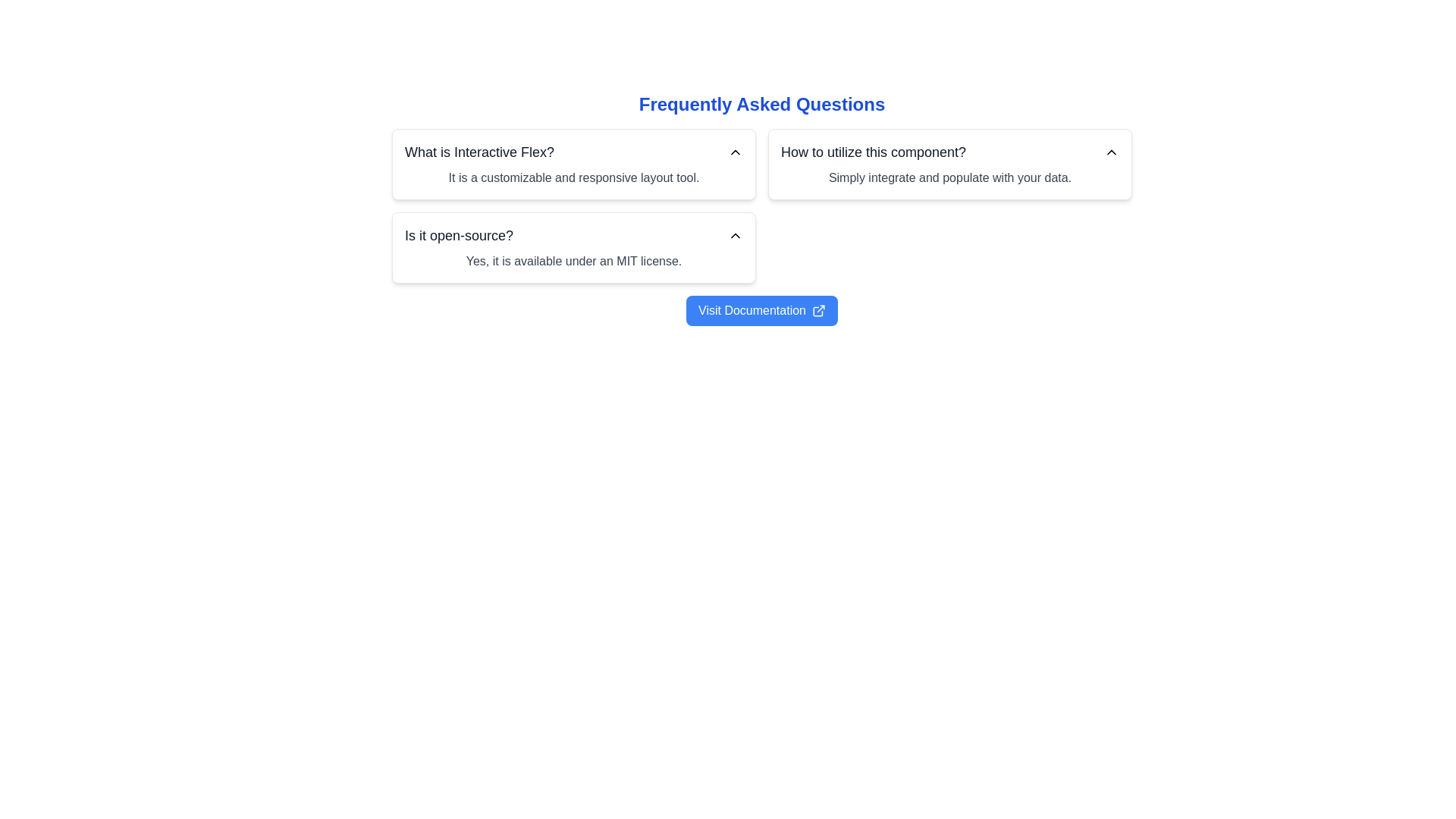  What do you see at coordinates (761, 309) in the screenshot?
I see `the button that directs users to the documentation in the Frequently Asked Questions section` at bounding box center [761, 309].